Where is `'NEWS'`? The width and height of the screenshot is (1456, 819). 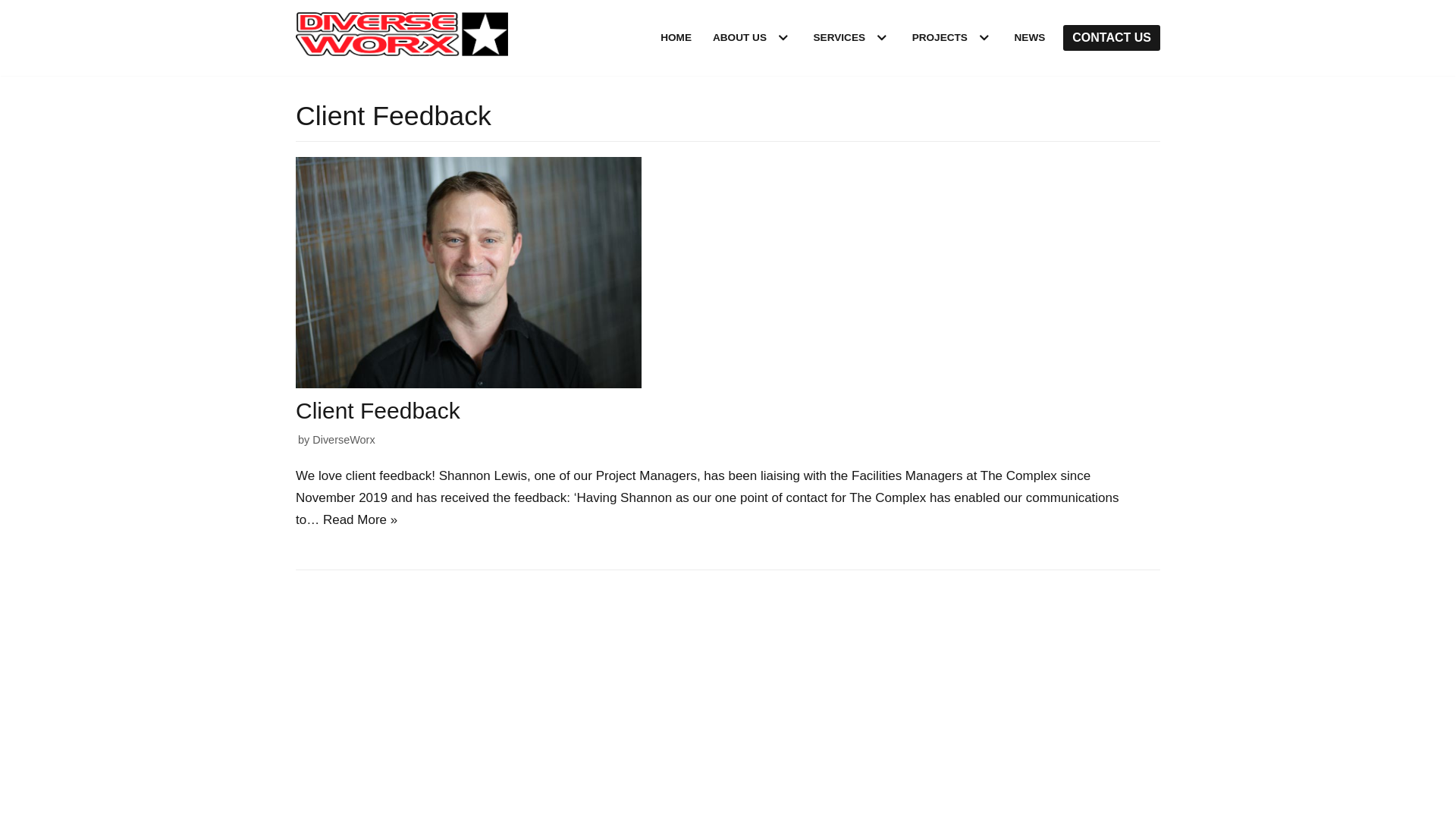
'NEWS' is located at coordinates (1015, 36).